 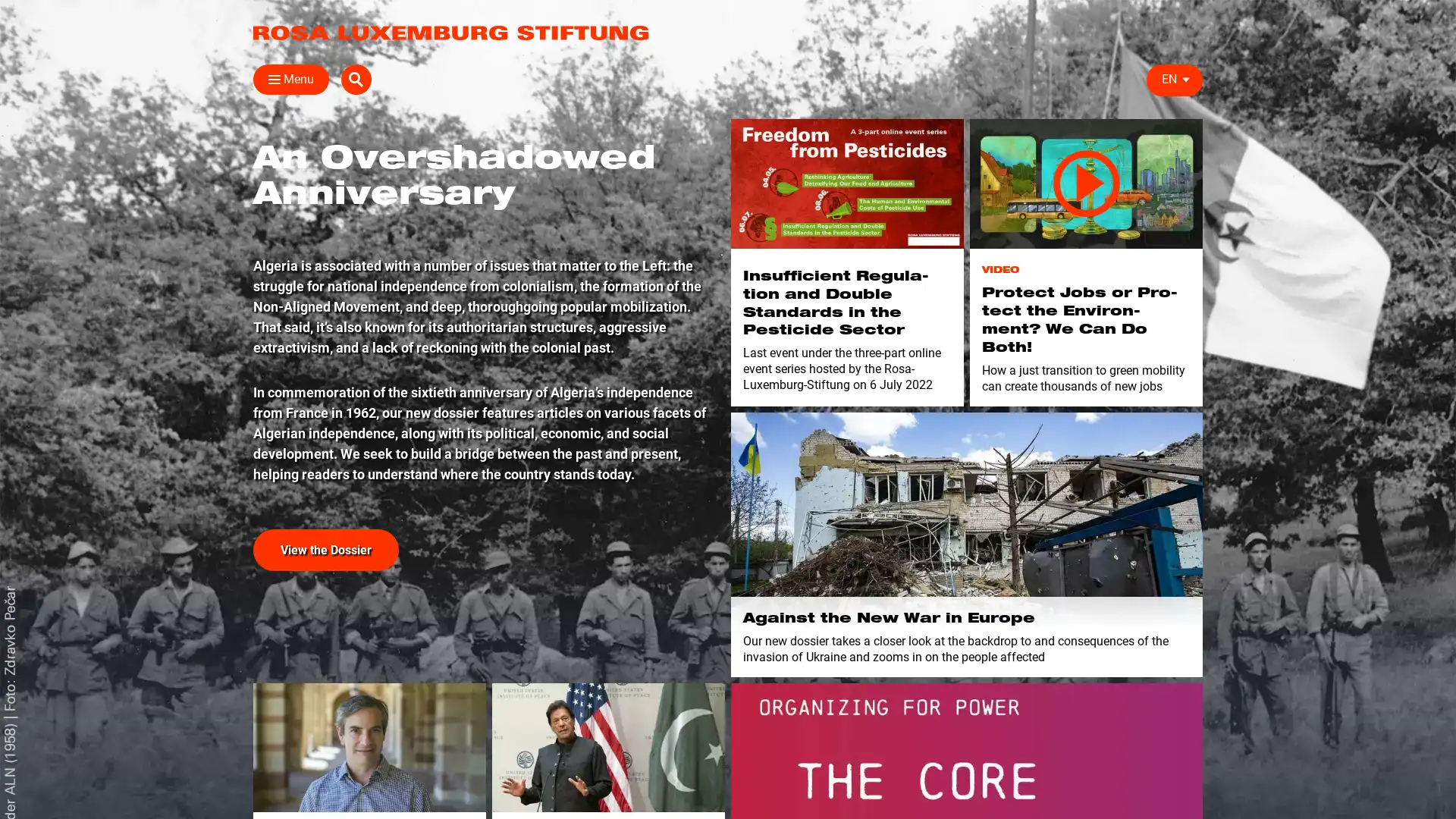 What do you see at coordinates (246, 299) in the screenshot?
I see `Show more / less` at bounding box center [246, 299].